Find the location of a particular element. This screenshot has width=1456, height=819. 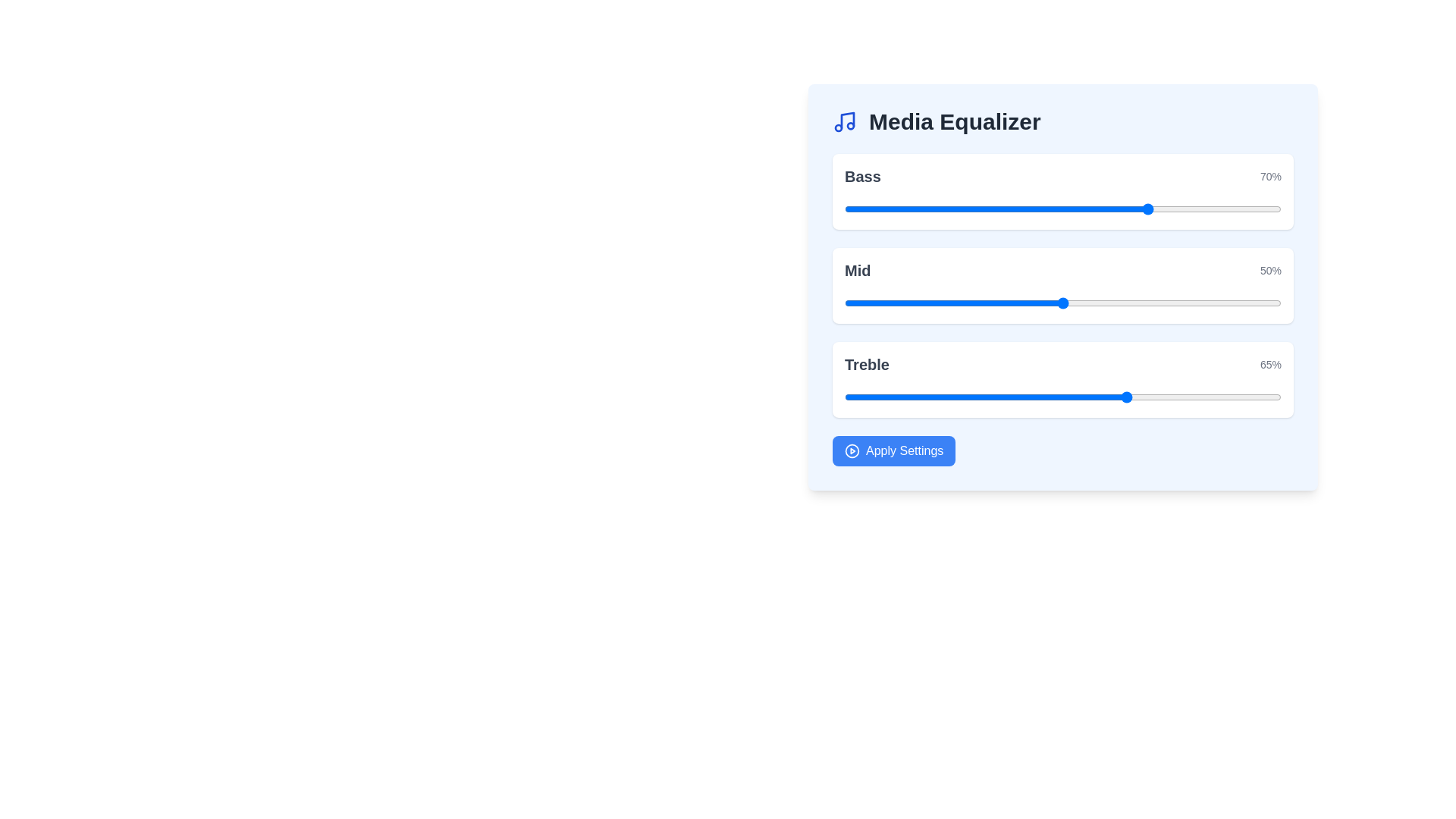

treble is located at coordinates (1098, 397).